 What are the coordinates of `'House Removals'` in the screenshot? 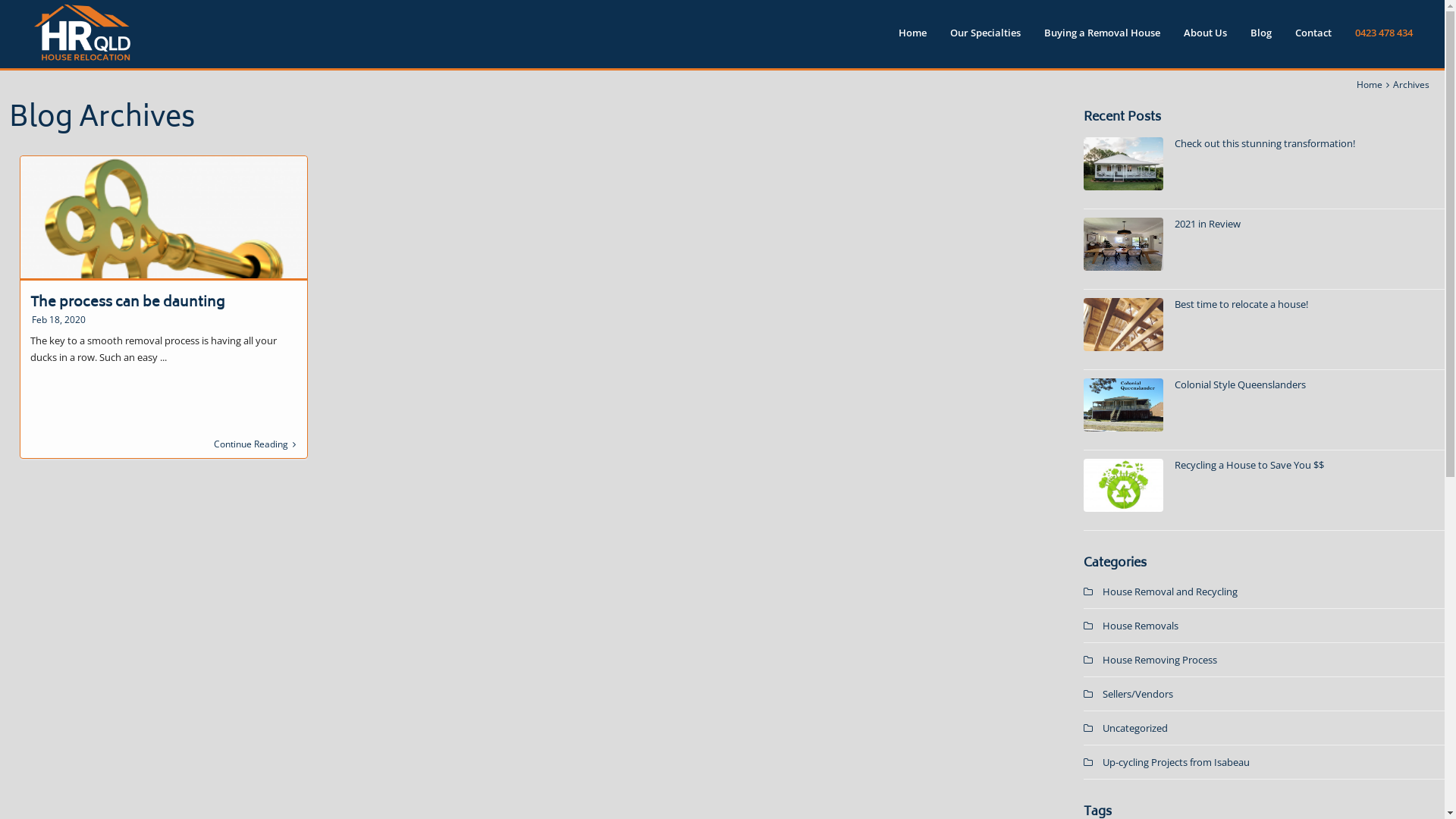 It's located at (1140, 626).